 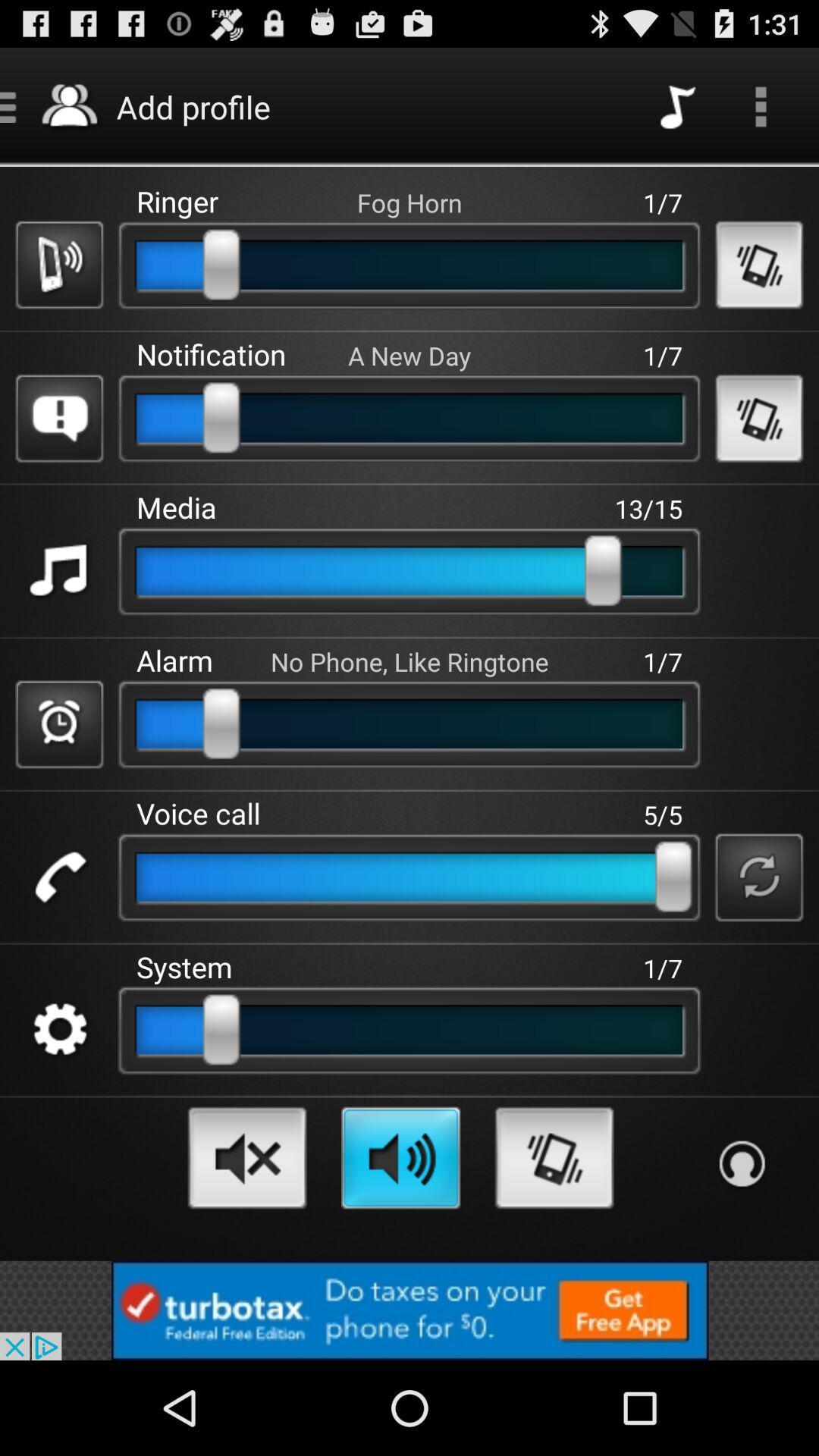 I want to click on vibrate, so click(x=759, y=265).